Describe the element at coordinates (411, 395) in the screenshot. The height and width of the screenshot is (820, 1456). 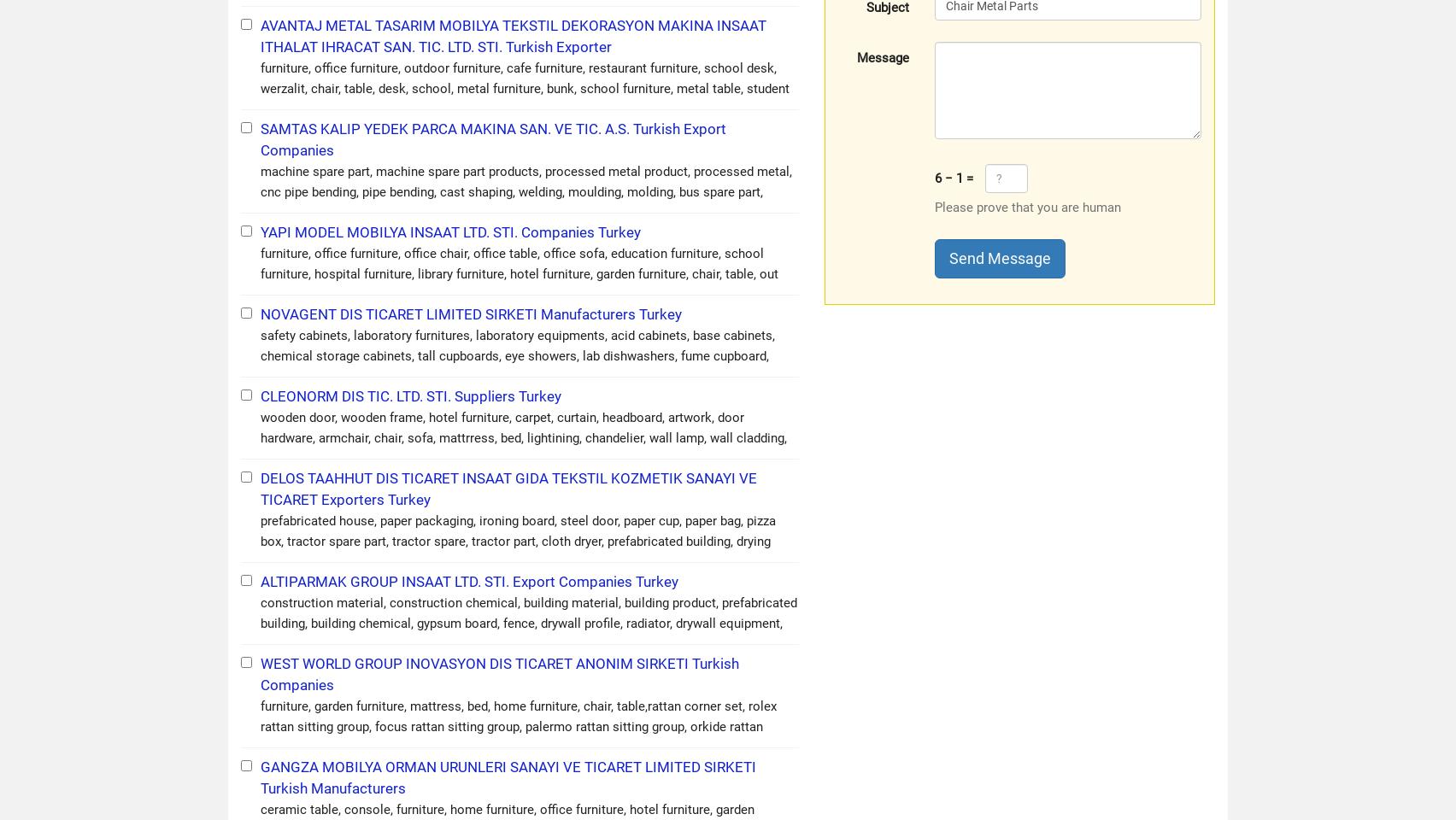
I see `'CLEONORM DIS TIC. LTD. STI. Suppliers Turkey'` at that location.